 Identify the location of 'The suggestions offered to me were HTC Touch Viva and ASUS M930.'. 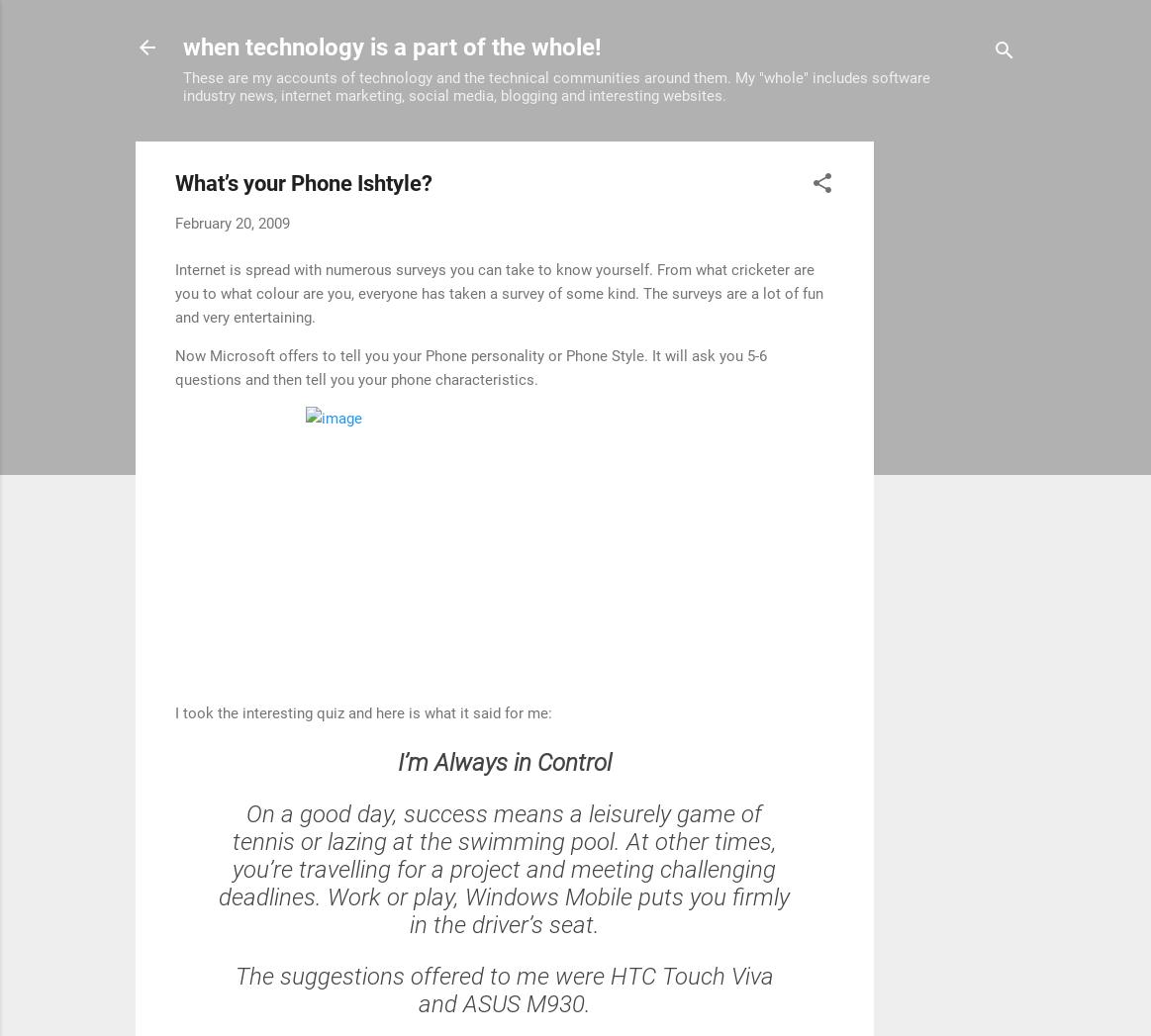
(503, 988).